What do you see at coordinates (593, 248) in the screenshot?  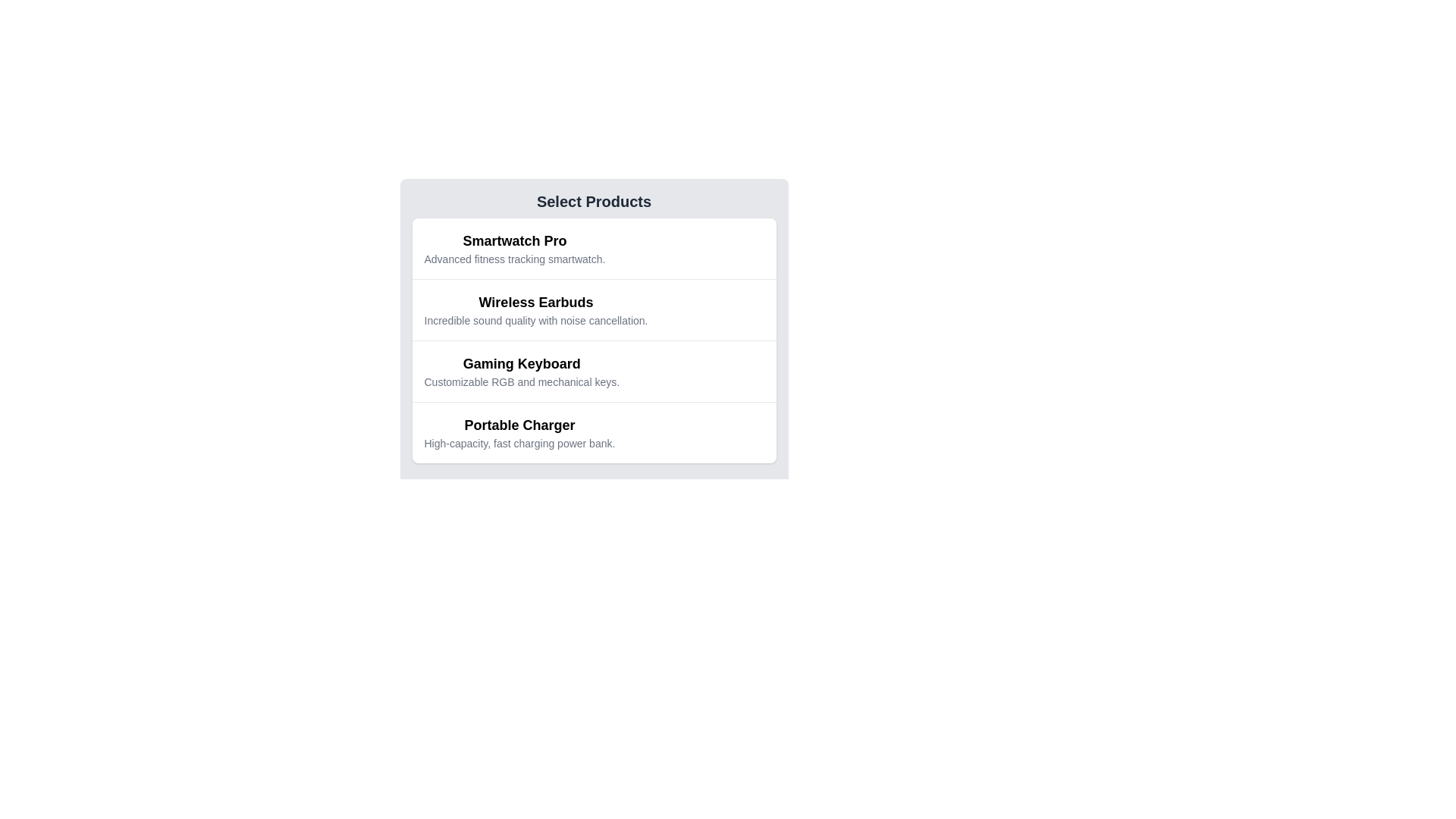 I see `the first list item displaying 'Smartwatch Pro'` at bounding box center [593, 248].